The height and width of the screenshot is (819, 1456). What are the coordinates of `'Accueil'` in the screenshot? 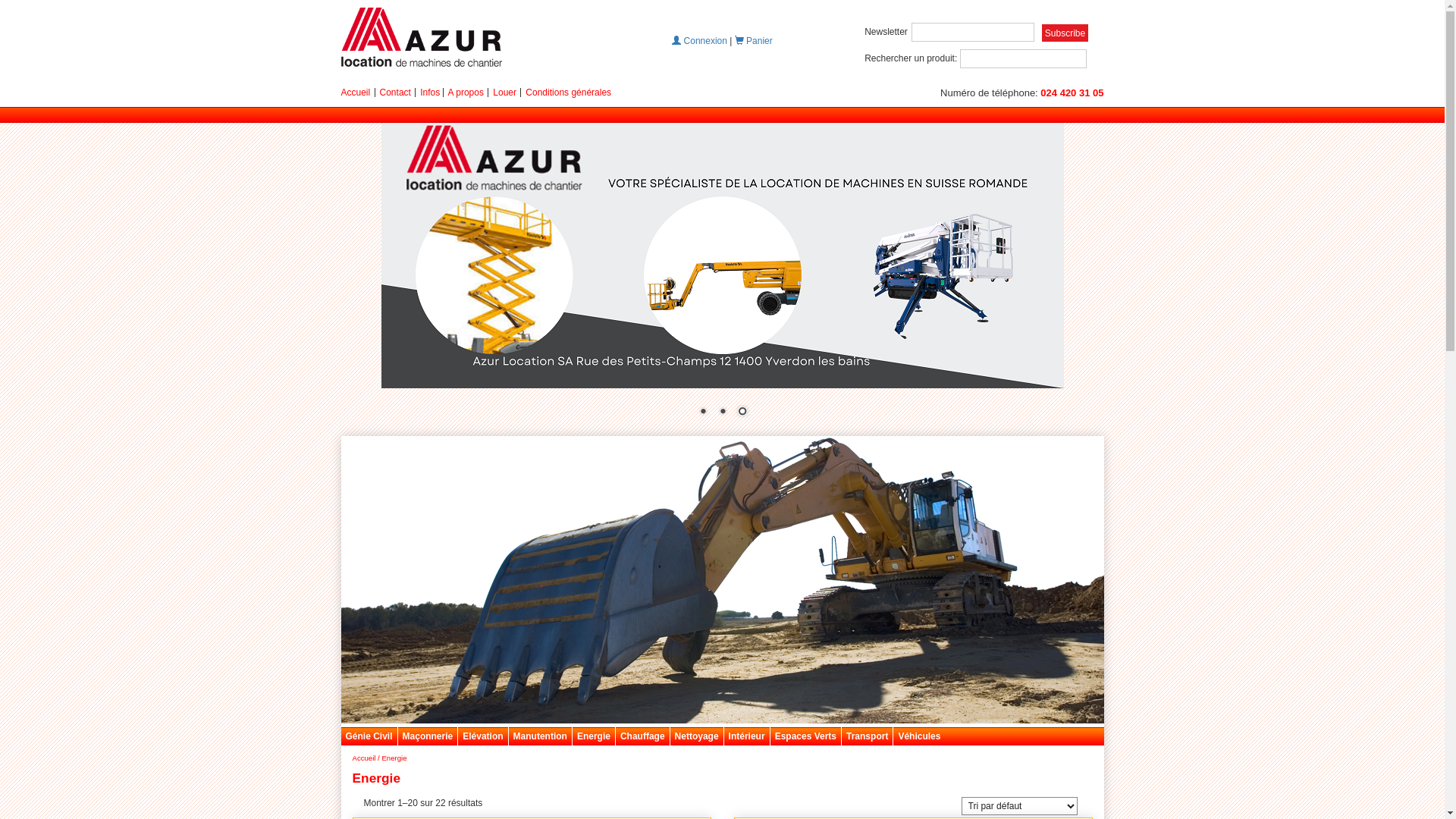 It's located at (355, 93).